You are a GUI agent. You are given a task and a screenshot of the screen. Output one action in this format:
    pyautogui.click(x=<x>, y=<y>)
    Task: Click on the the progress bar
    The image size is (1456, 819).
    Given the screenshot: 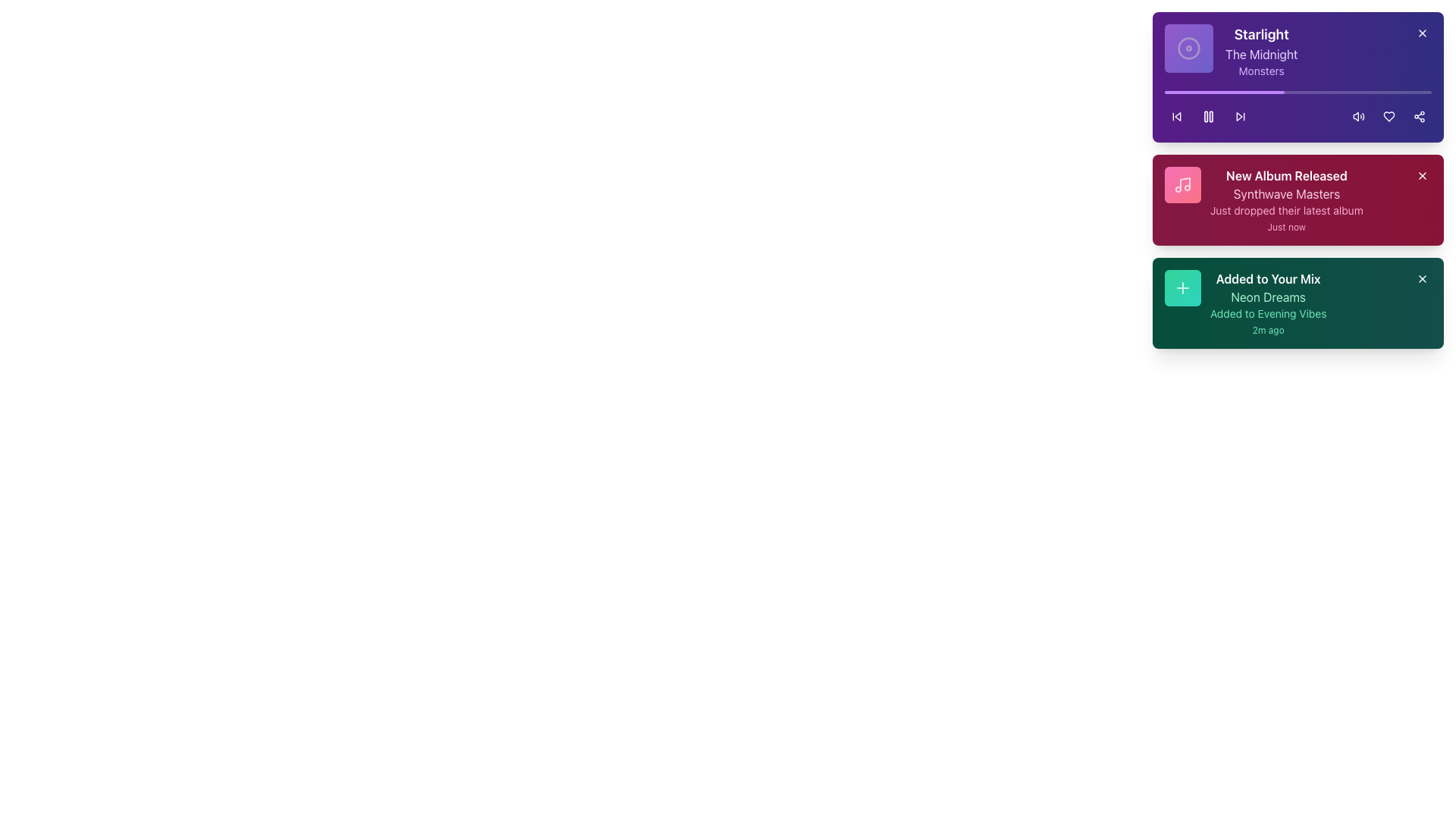 What is the action you would take?
    pyautogui.click(x=1270, y=93)
    